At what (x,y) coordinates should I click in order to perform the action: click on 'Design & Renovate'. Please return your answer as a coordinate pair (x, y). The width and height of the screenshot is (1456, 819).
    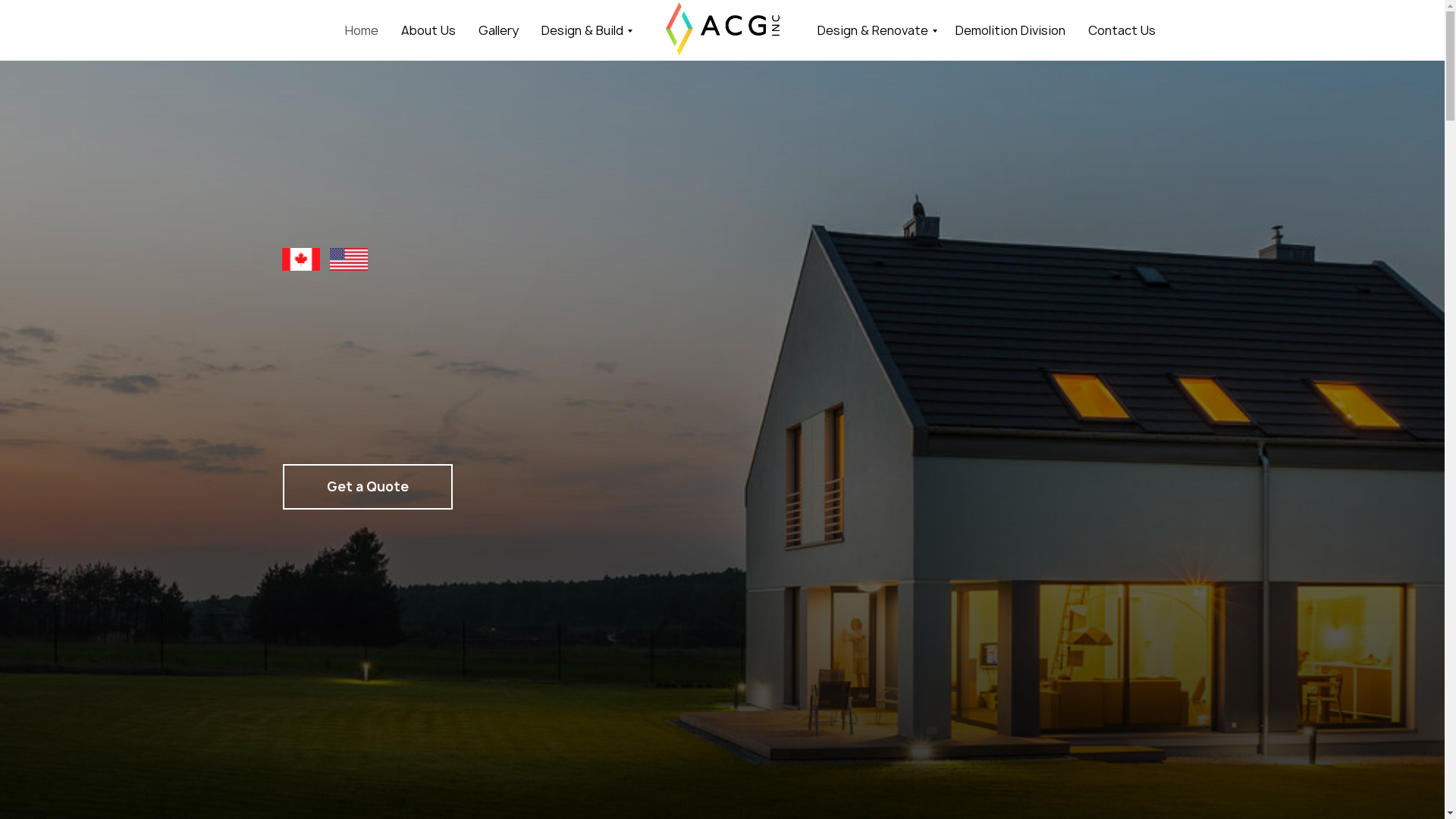
    Looking at the image, I should click on (874, 29).